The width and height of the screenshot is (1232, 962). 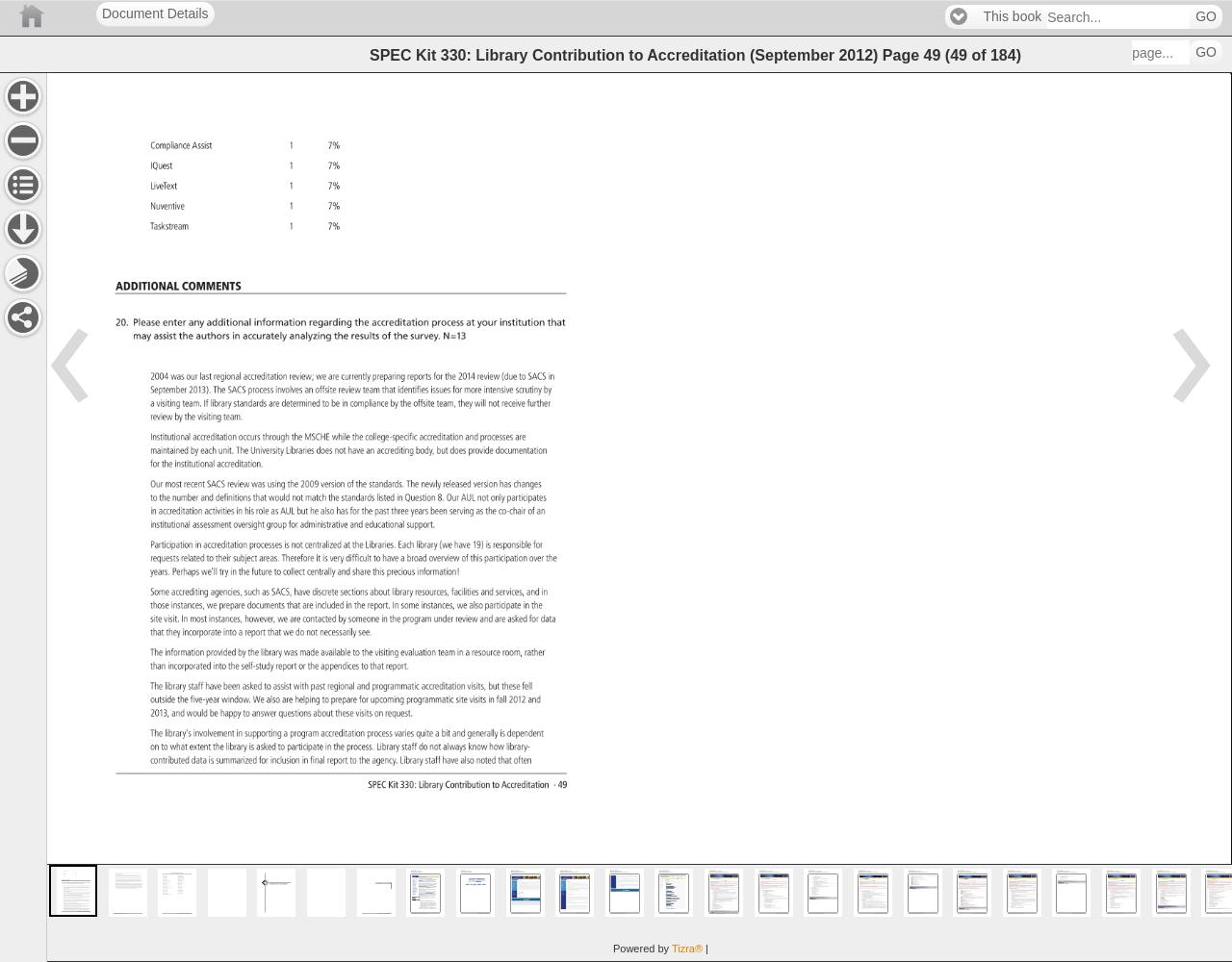 What do you see at coordinates (706, 948) in the screenshot?
I see `'|'` at bounding box center [706, 948].